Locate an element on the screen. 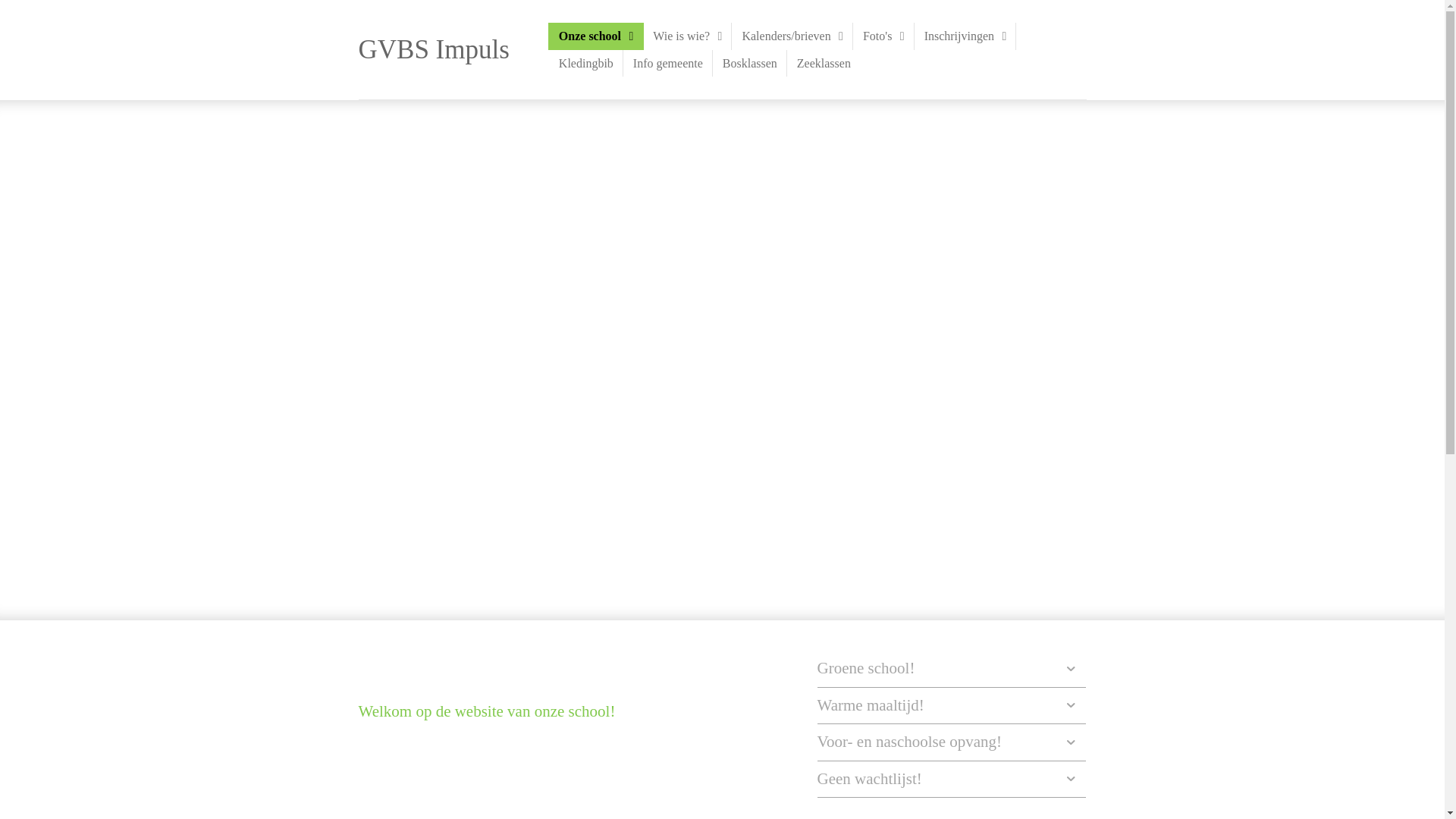 This screenshot has width=1456, height=819. 'Kledingbib' is located at coordinates (548, 63).